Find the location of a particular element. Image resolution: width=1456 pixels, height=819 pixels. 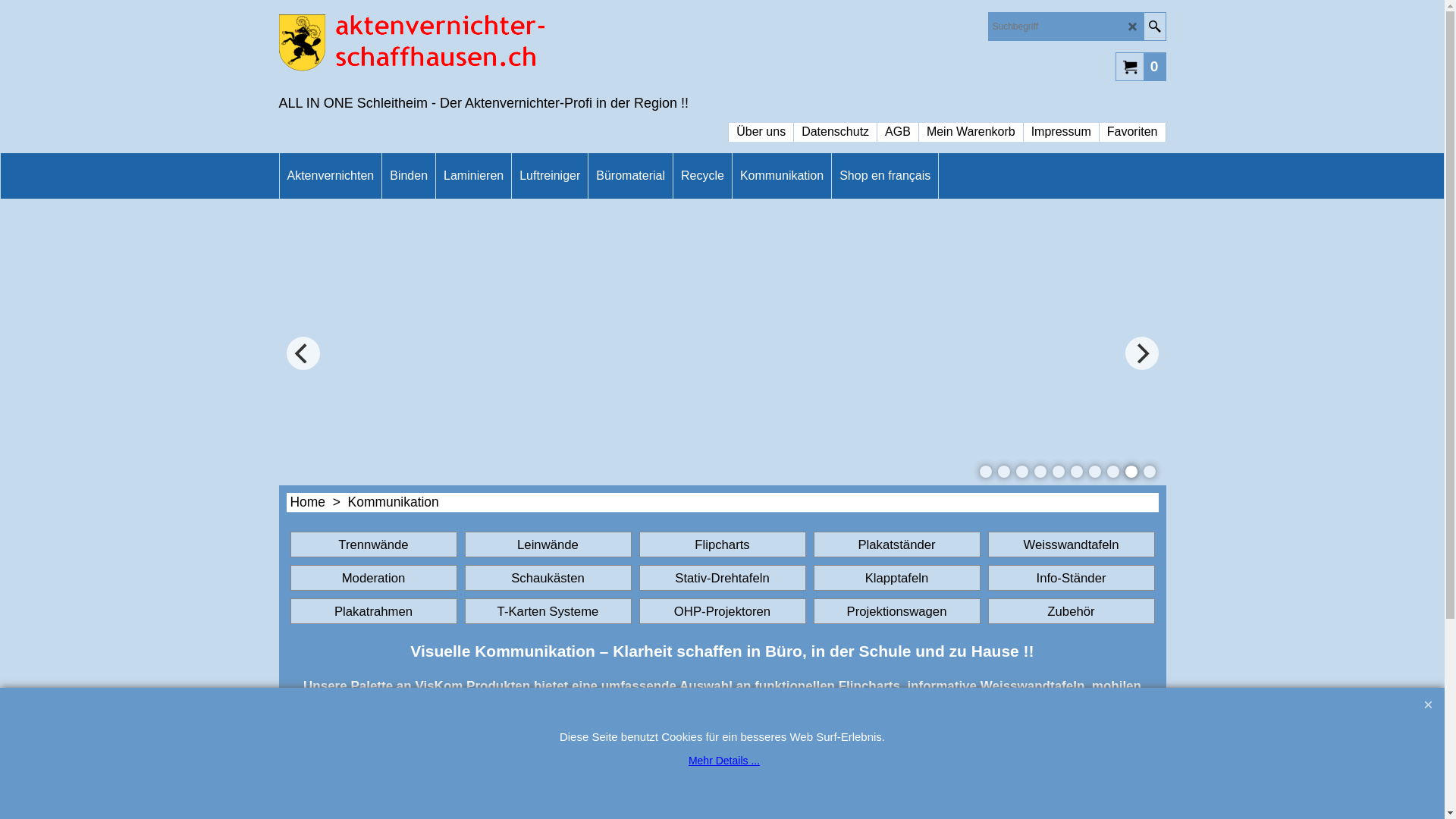

'Home  > ' is located at coordinates (318, 502).